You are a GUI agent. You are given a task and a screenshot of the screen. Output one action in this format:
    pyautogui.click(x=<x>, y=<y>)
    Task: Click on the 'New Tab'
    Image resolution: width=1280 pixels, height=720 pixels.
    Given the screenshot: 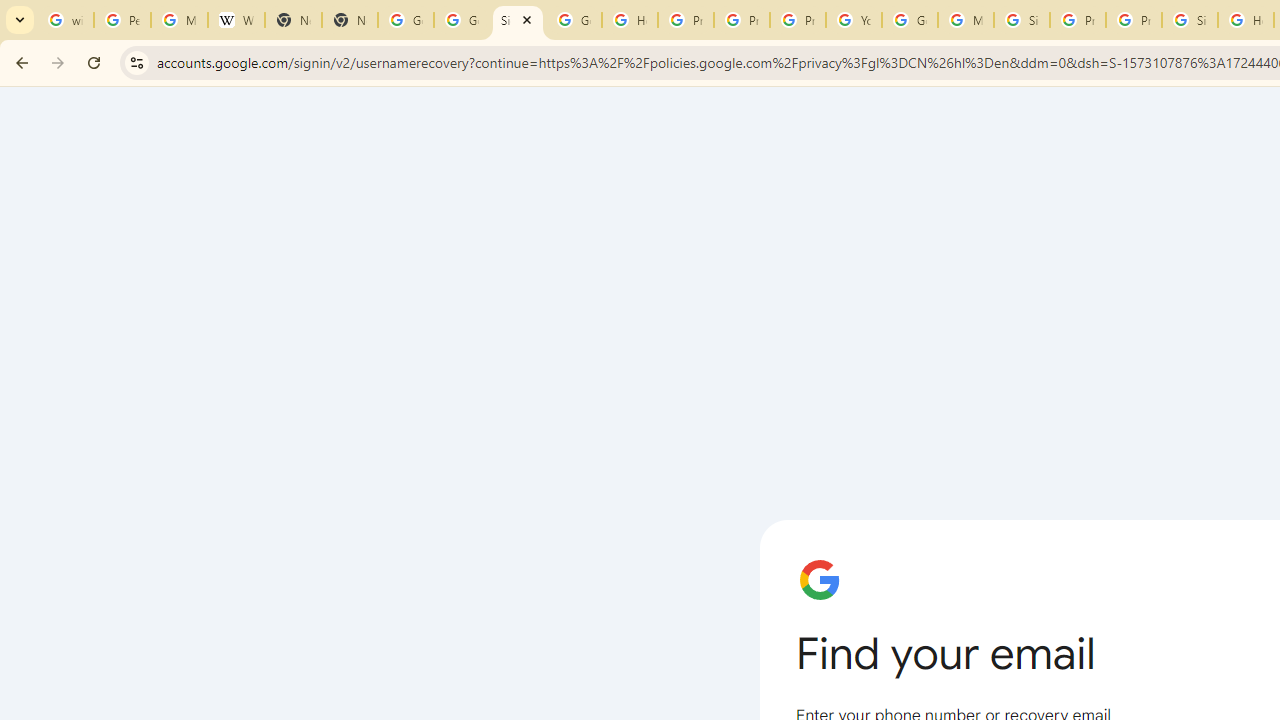 What is the action you would take?
    pyautogui.click(x=350, y=20)
    